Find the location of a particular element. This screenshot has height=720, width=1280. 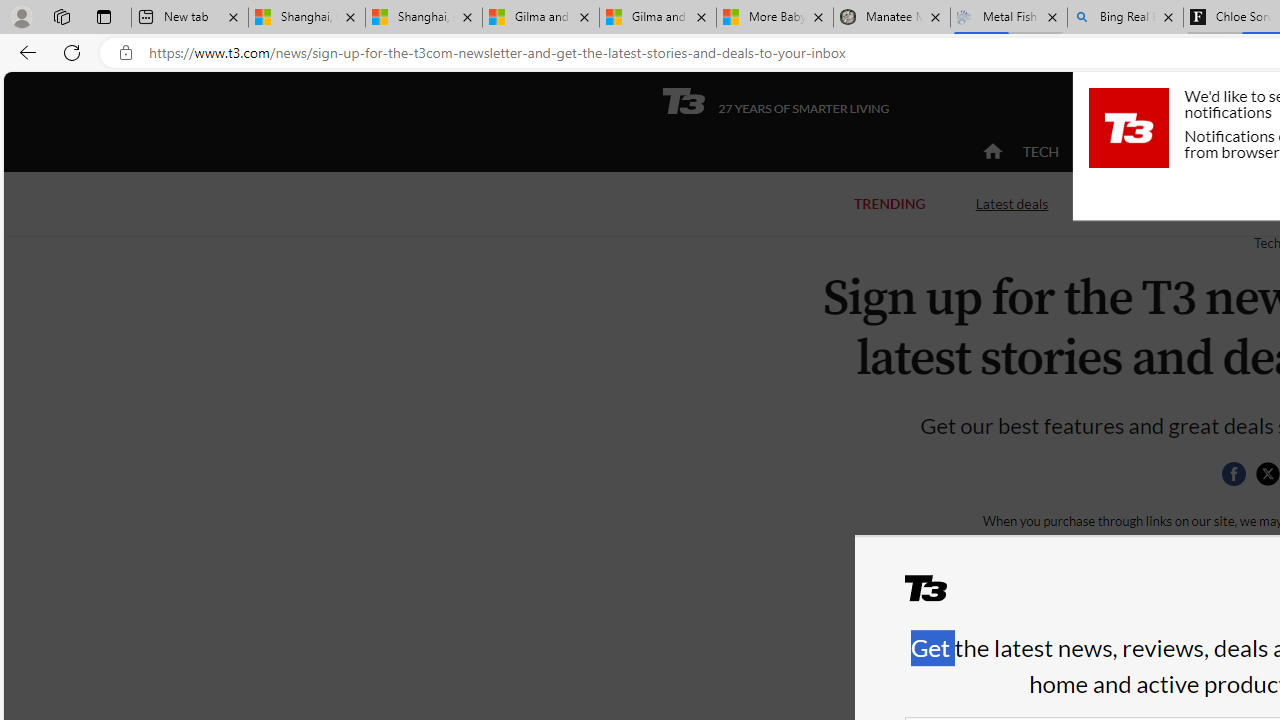

'Tab actions menu' is located at coordinates (103, 16).